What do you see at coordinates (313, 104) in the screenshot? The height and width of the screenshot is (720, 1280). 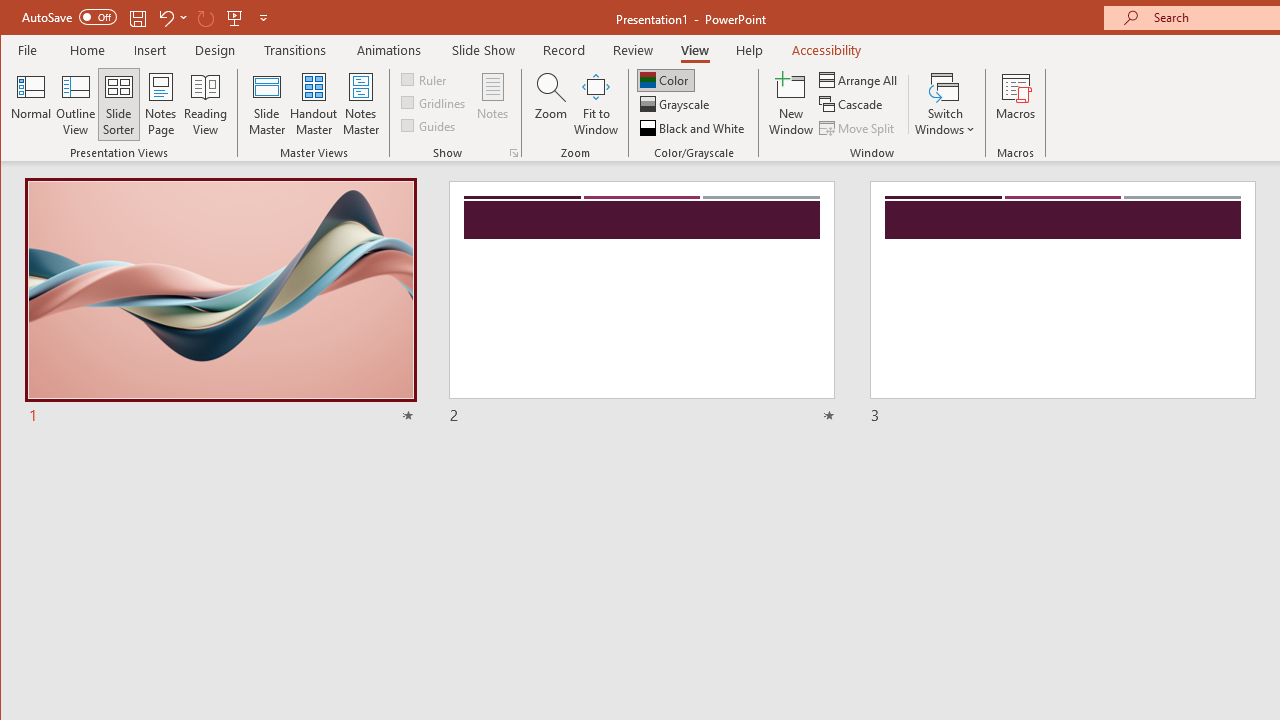 I see `'Handout Master'` at bounding box center [313, 104].